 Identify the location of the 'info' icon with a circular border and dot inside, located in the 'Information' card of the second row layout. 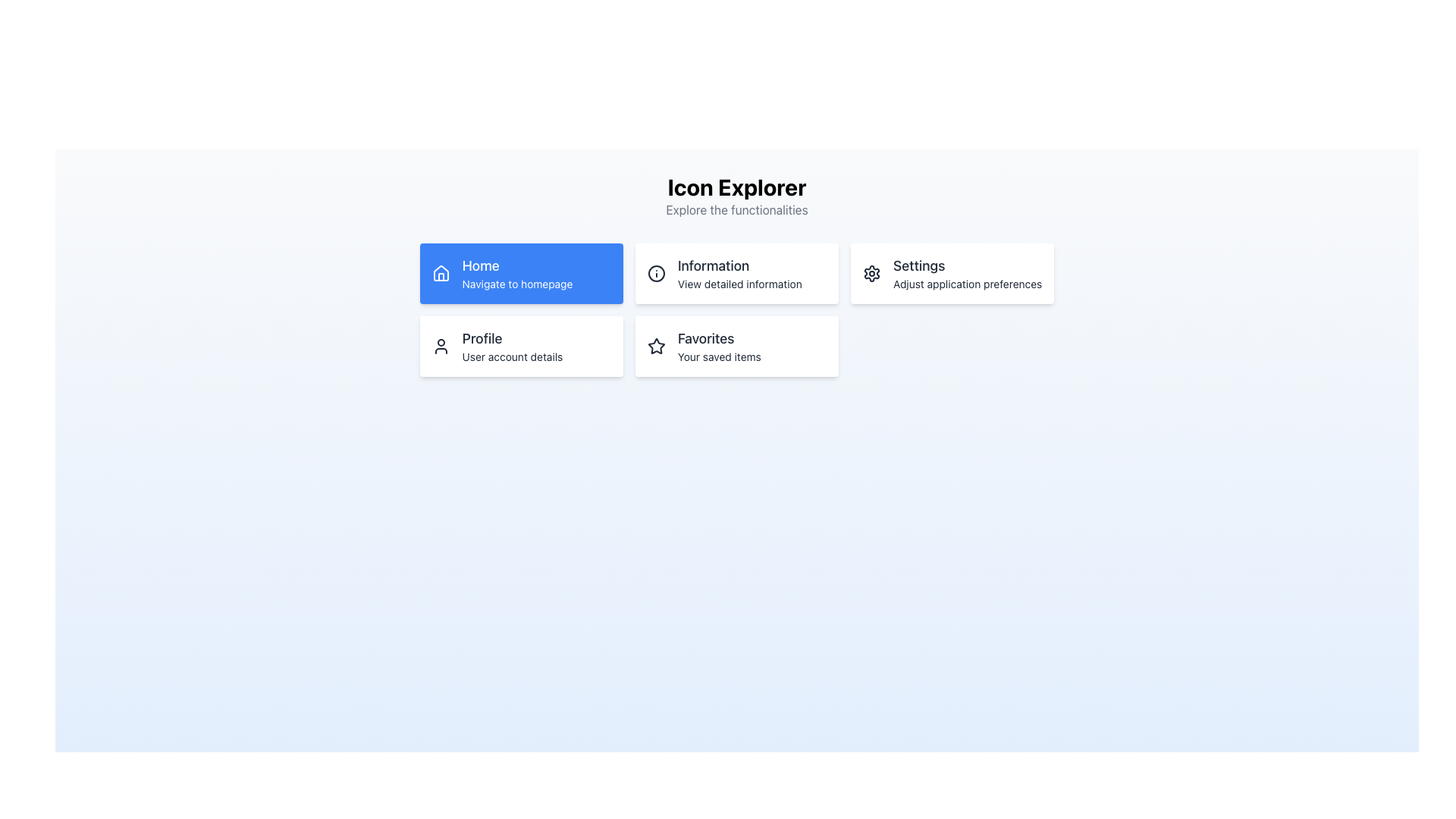
(656, 274).